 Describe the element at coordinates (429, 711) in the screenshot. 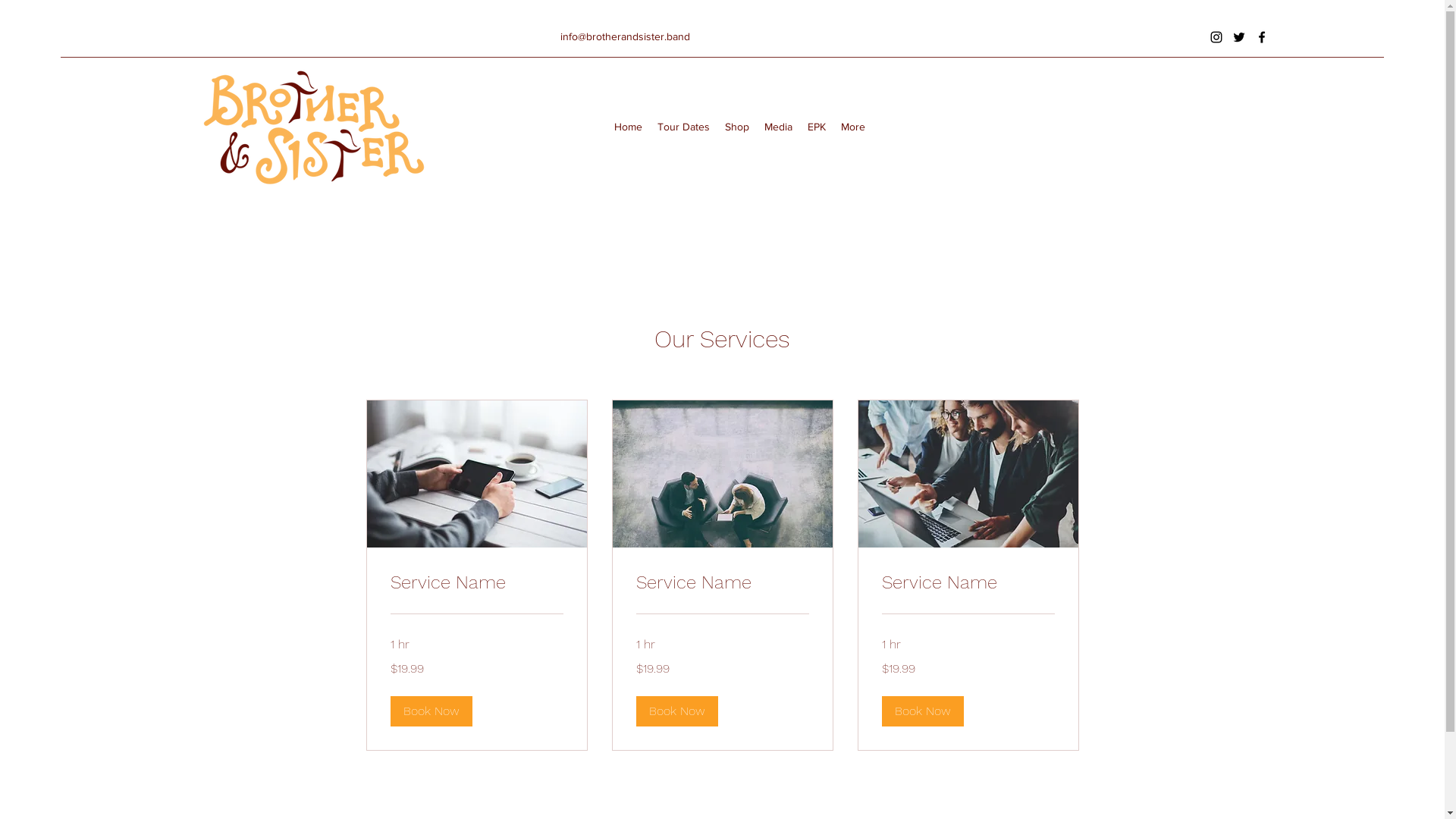

I see `'Book Now'` at that location.